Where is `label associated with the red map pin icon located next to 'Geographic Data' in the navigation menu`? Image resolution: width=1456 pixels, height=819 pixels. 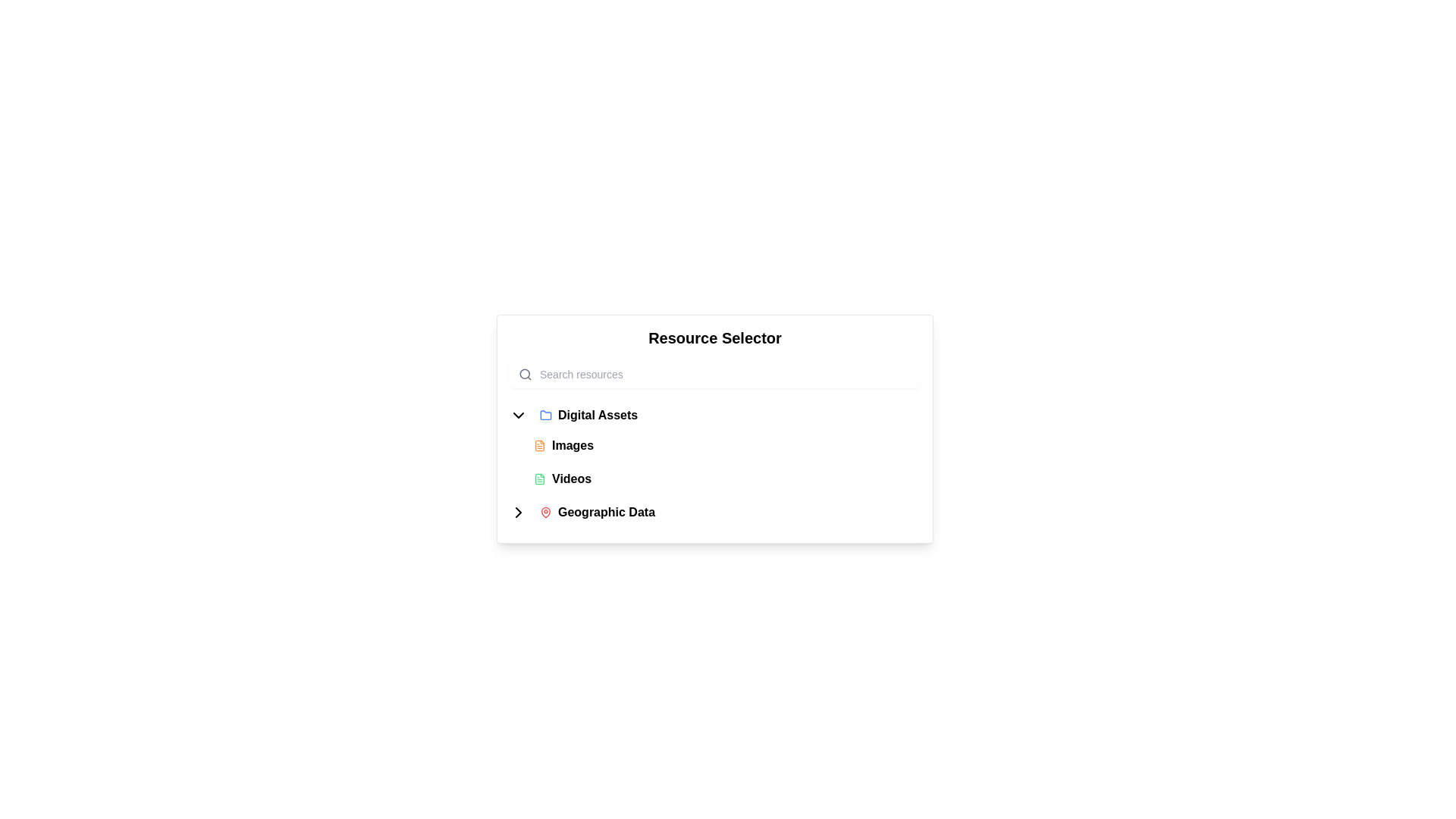
label associated with the red map pin icon located next to 'Geographic Data' in the navigation menu is located at coordinates (546, 512).